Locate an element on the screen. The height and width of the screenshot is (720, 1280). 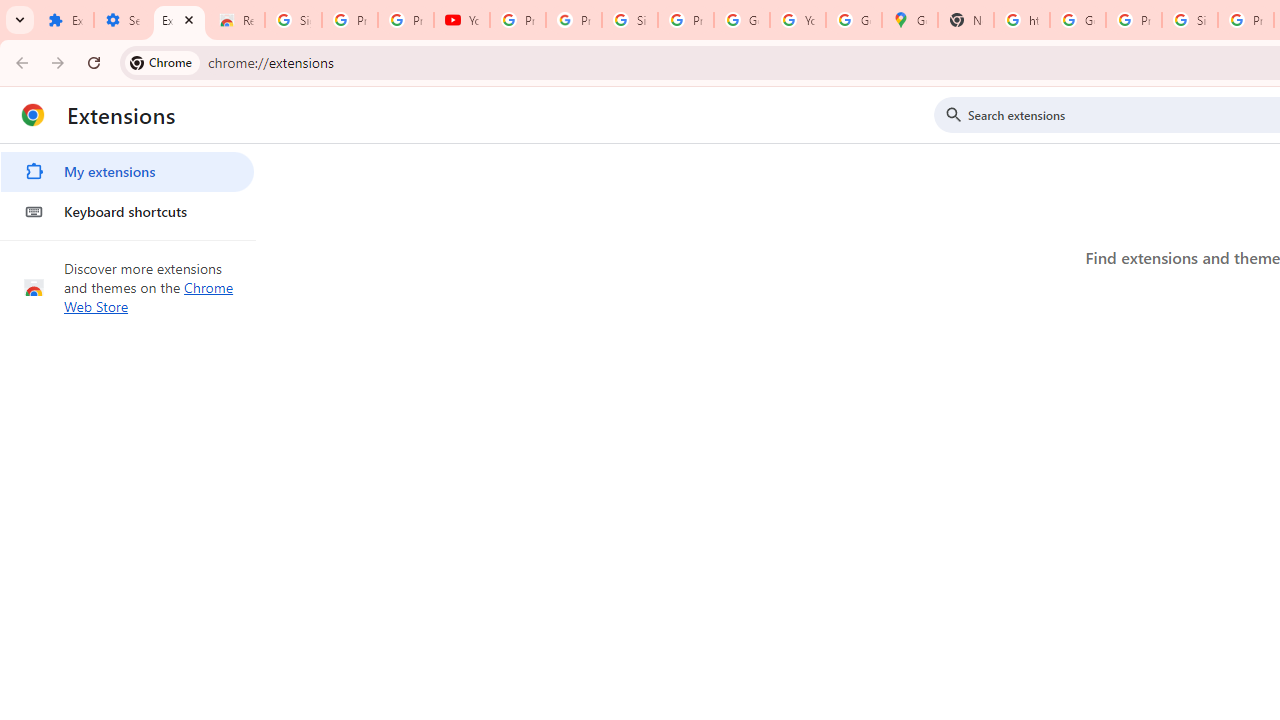
'Extensions' is located at coordinates (179, 20).